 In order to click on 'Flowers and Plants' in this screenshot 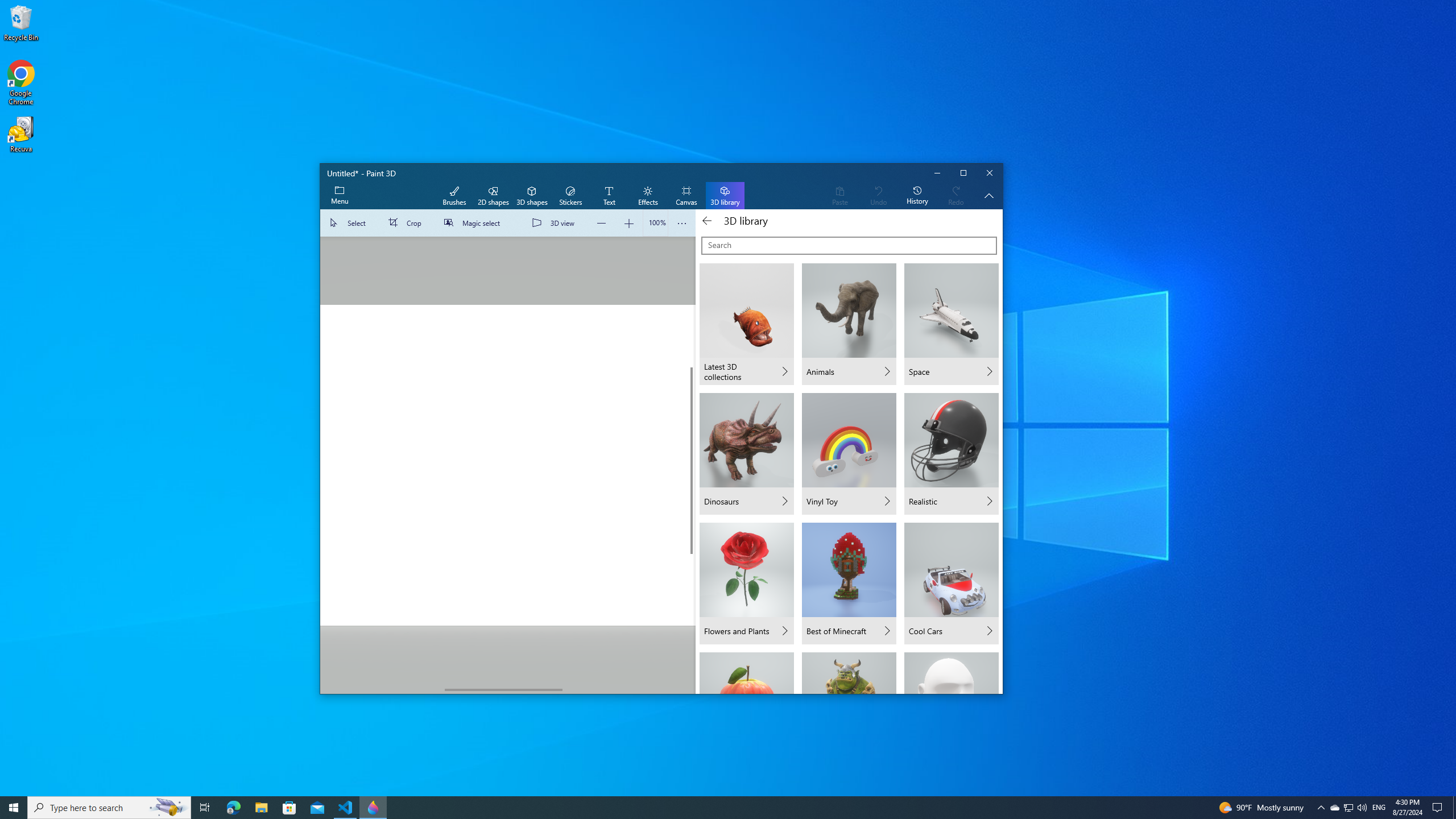, I will do `click(746, 584)`.